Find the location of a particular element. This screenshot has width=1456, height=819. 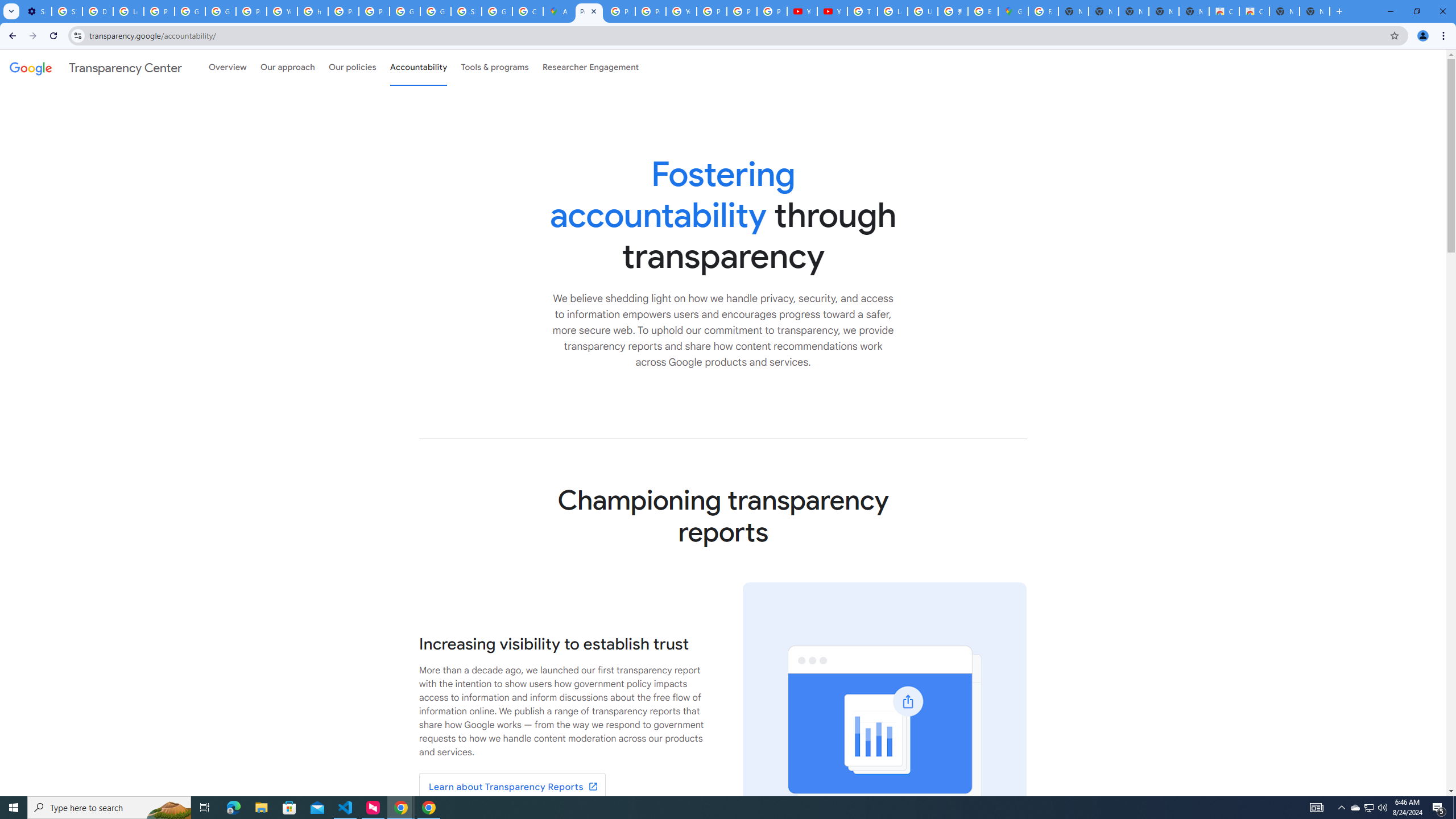

'Tips & tricks for Chrome - Google Chrome Help' is located at coordinates (862, 11).